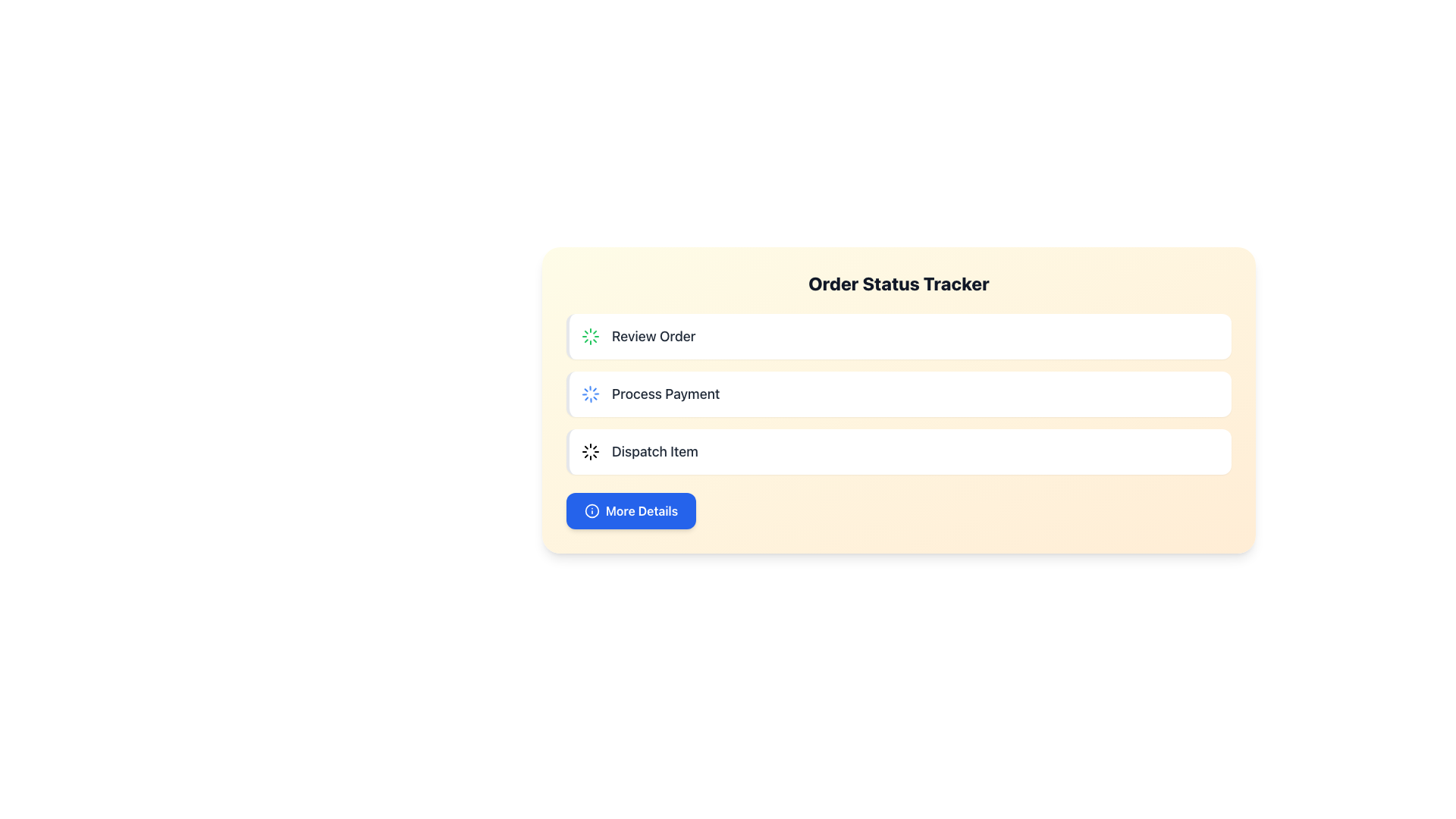 Image resolution: width=1456 pixels, height=819 pixels. Describe the element at coordinates (899, 400) in the screenshot. I see `'Process Payment' step indicator in the order tracking interface to check its status` at that location.